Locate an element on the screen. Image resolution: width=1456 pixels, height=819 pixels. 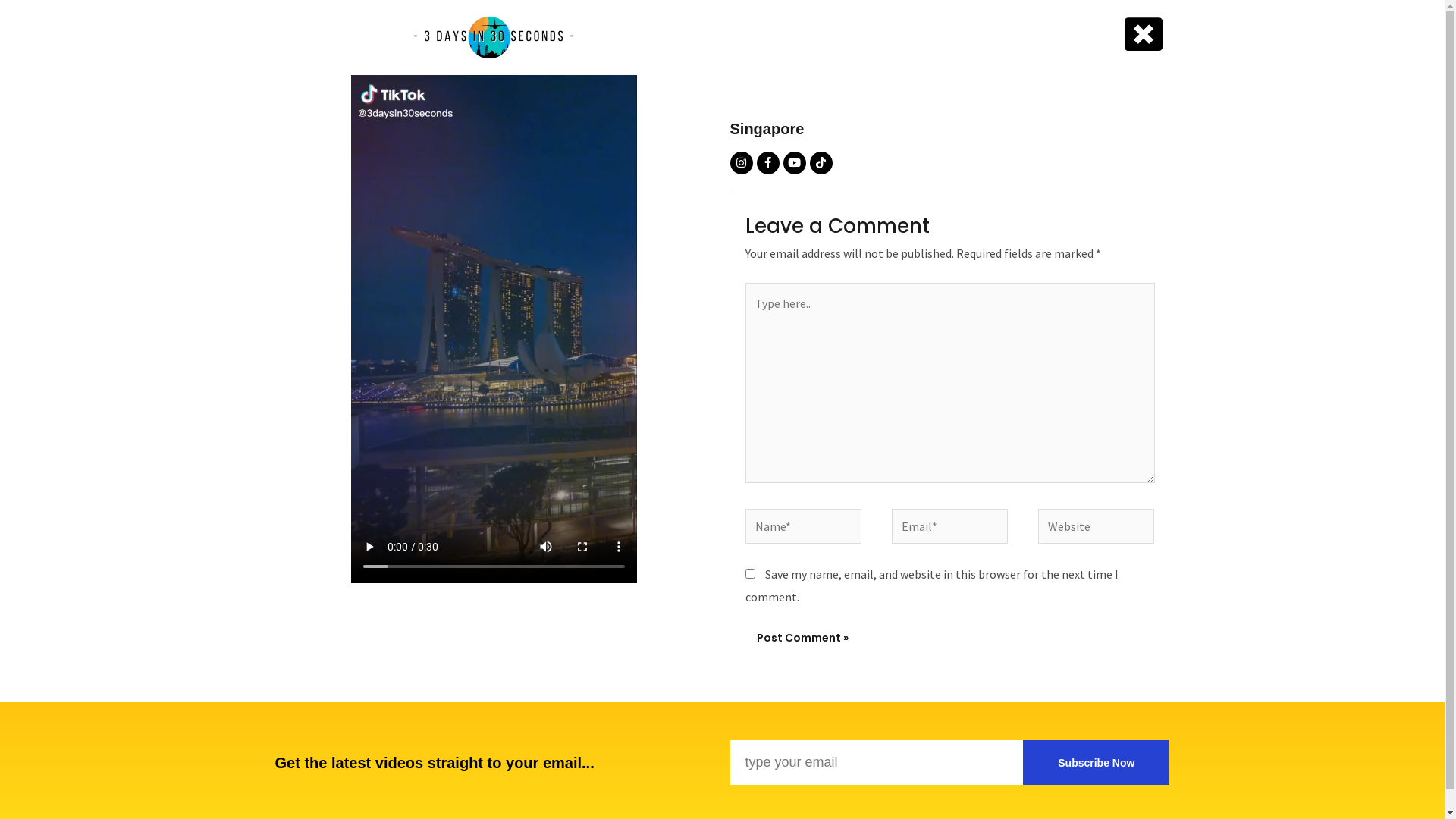
'Youtube' is located at coordinates (792, 163).